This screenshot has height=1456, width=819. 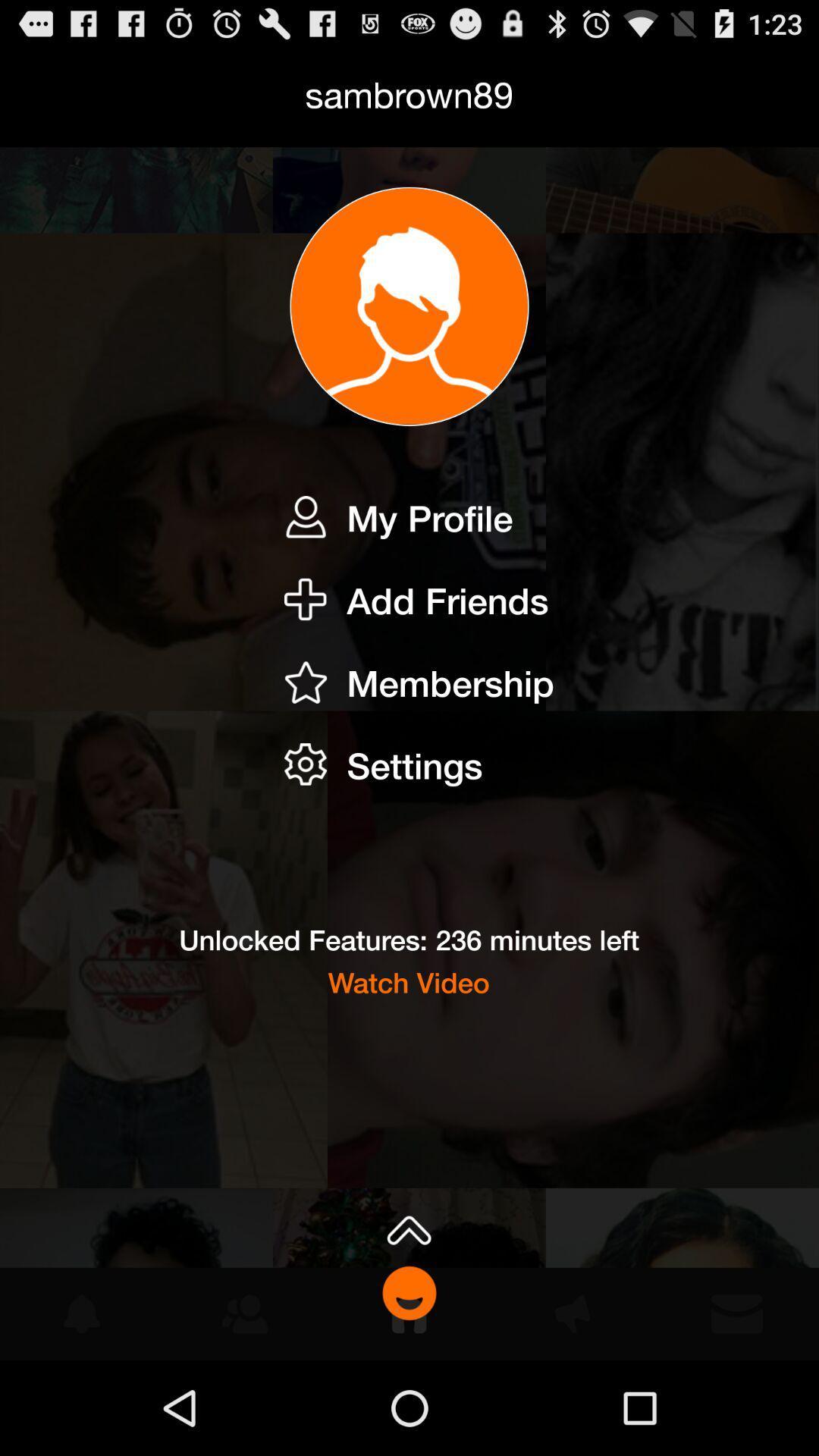 What do you see at coordinates (409, 306) in the screenshot?
I see `set your profile photo` at bounding box center [409, 306].